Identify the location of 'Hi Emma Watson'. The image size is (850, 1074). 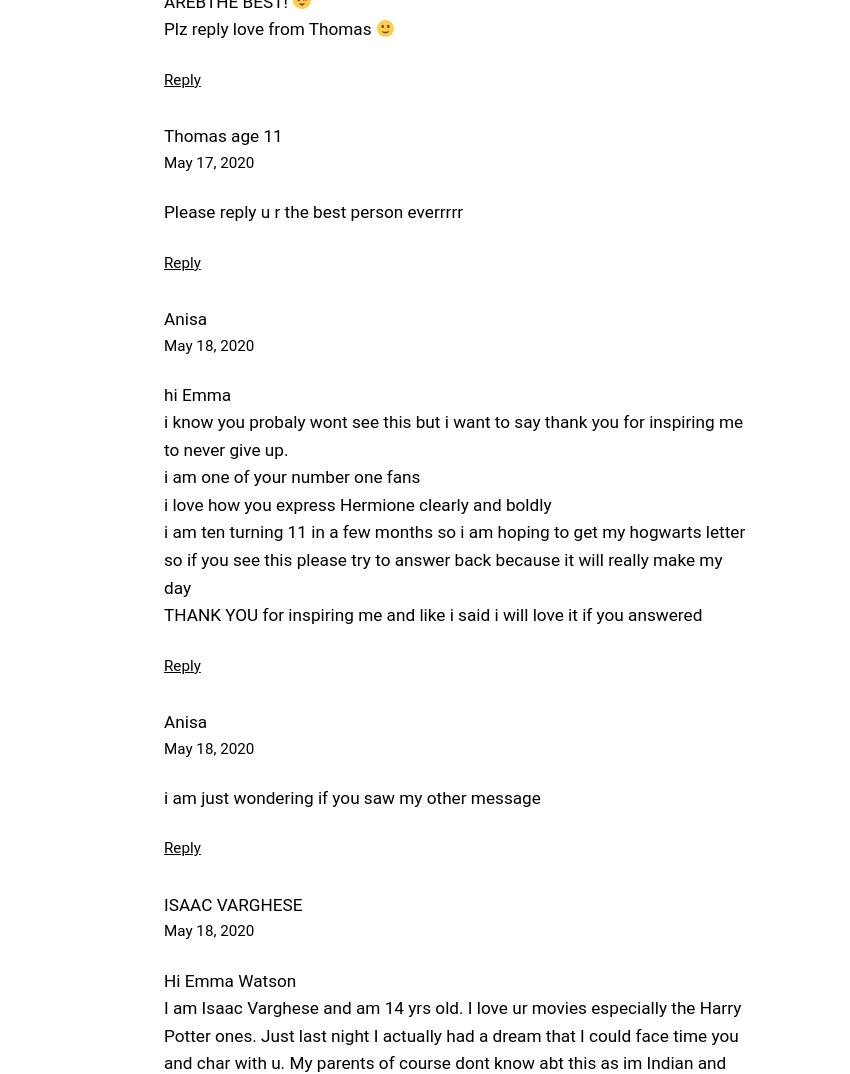
(230, 979).